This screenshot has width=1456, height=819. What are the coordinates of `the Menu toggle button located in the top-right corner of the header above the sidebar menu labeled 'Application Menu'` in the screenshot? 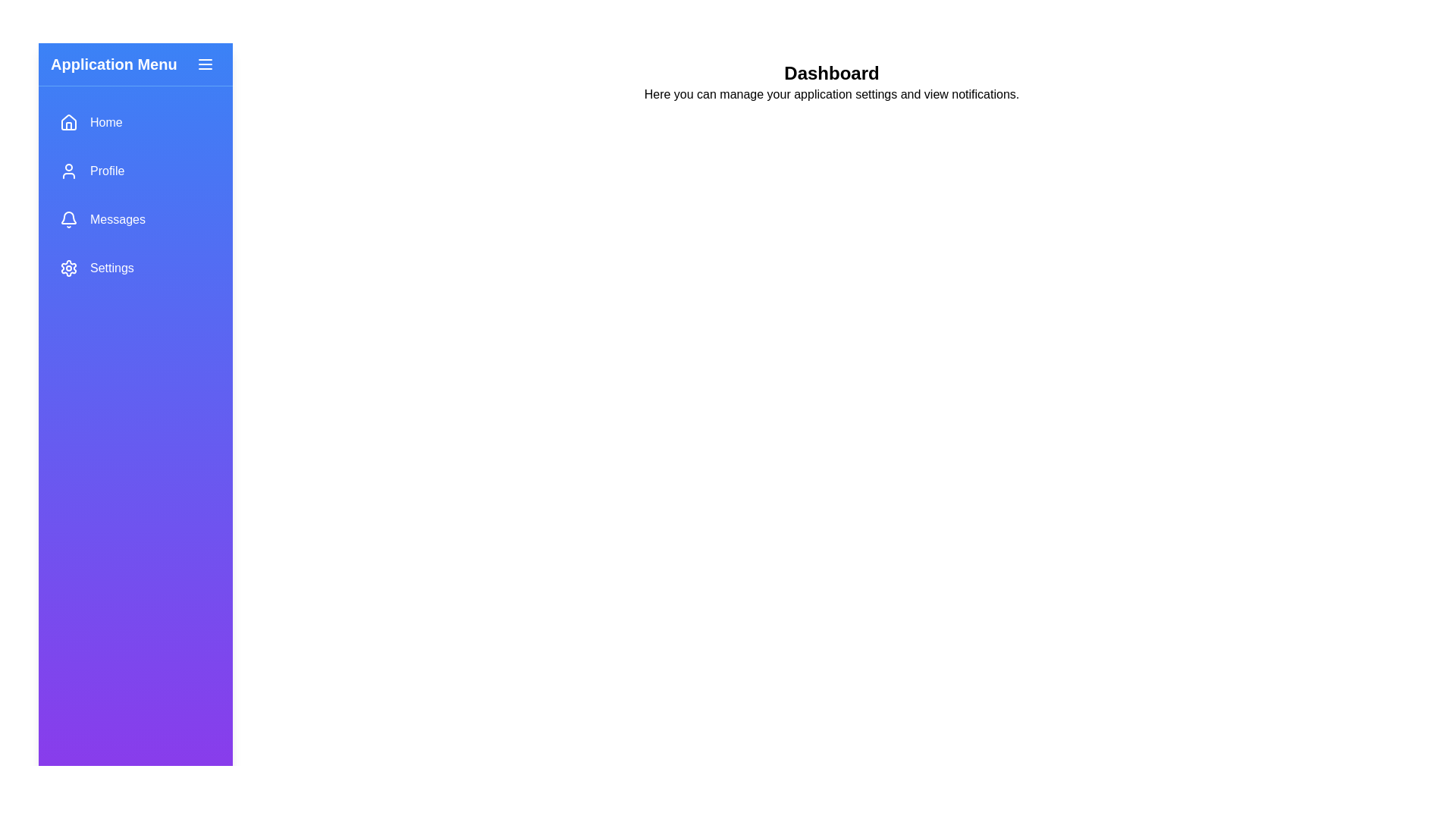 It's located at (204, 63).